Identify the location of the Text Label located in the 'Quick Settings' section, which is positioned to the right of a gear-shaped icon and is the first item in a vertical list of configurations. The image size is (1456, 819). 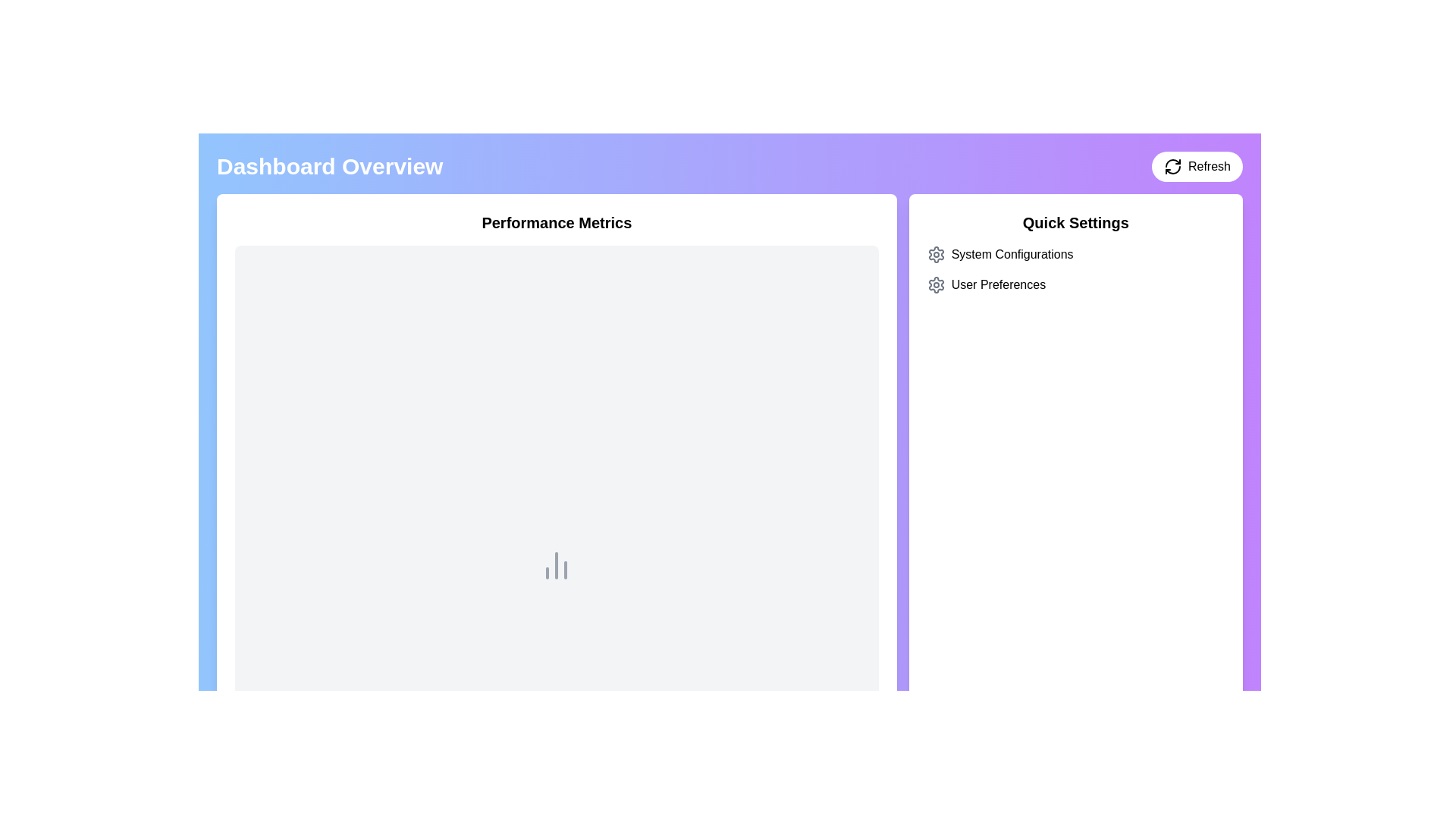
(1012, 253).